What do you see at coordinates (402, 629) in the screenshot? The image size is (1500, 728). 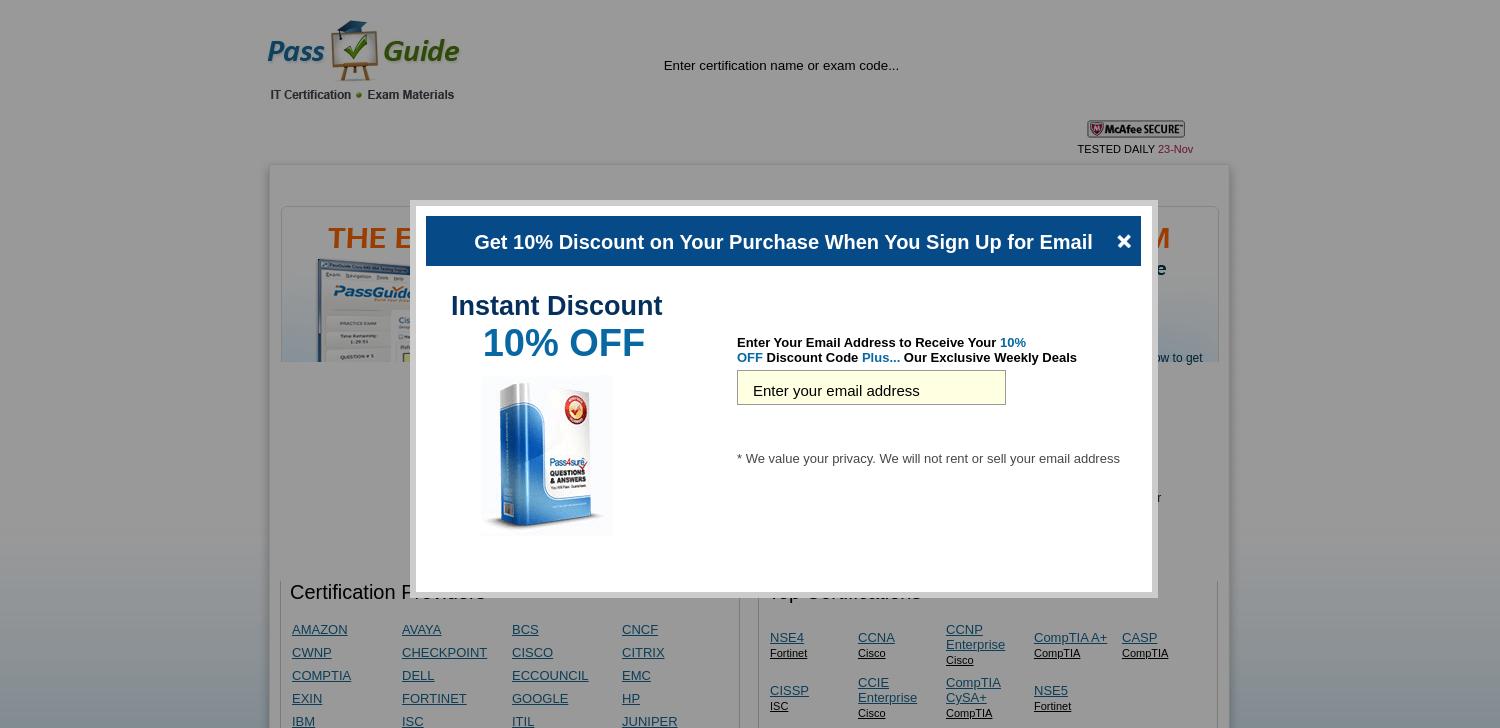 I see `'AVAYA'` at bounding box center [402, 629].